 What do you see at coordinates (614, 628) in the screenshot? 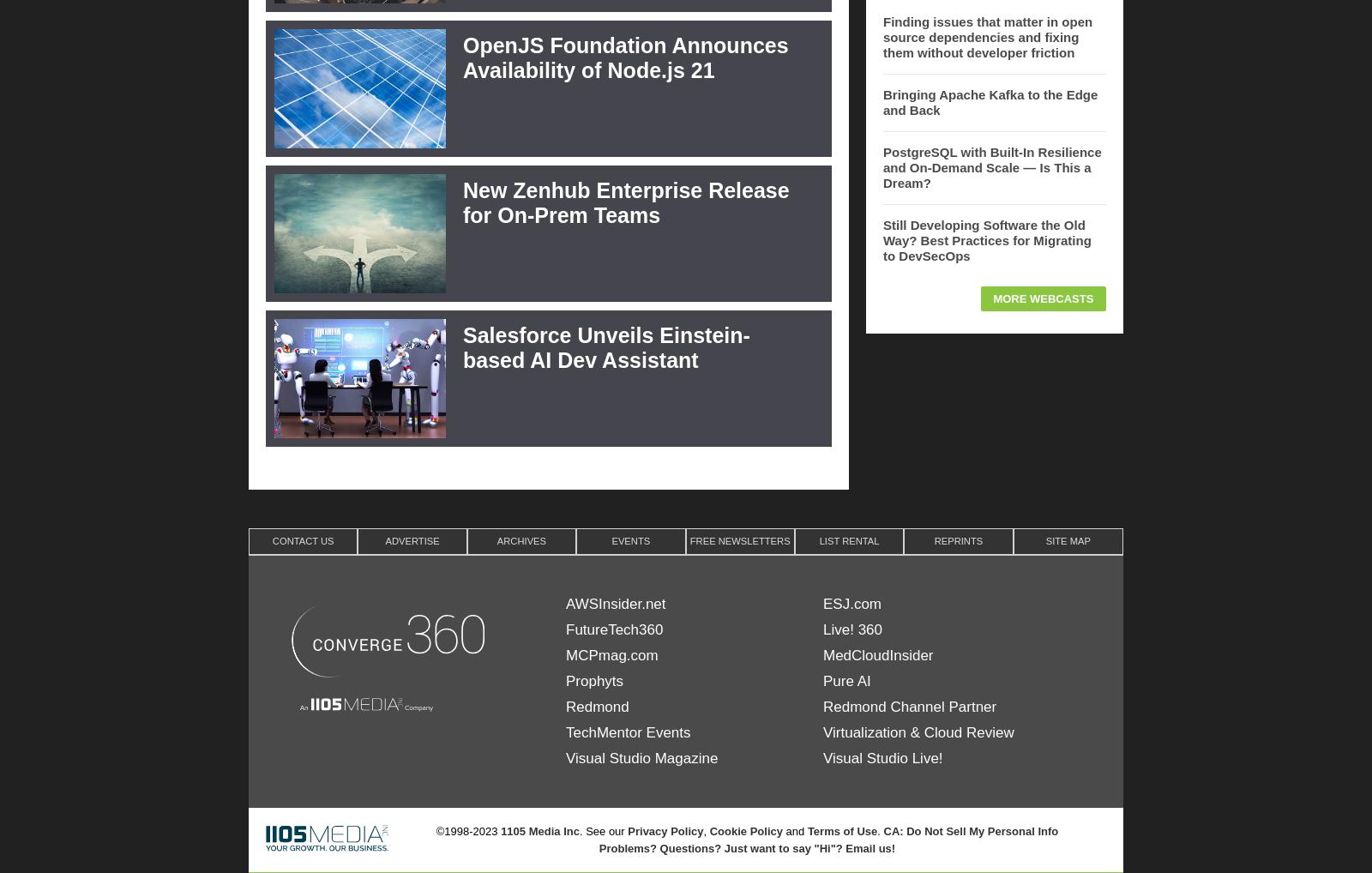
I see `'FutureTech360'` at bounding box center [614, 628].